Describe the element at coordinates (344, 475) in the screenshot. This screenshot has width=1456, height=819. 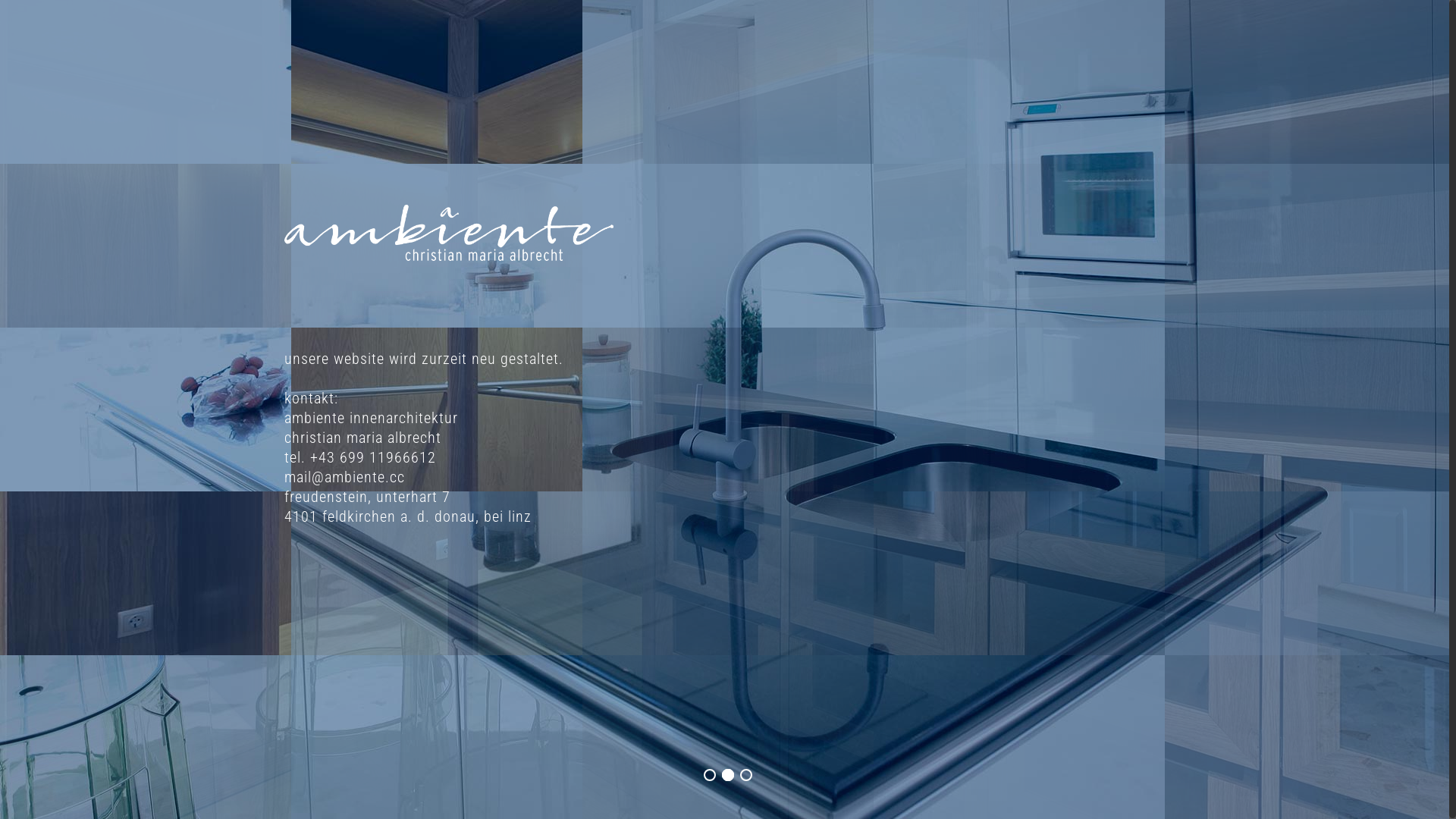
I see `'mail@ambiente.cc'` at that location.